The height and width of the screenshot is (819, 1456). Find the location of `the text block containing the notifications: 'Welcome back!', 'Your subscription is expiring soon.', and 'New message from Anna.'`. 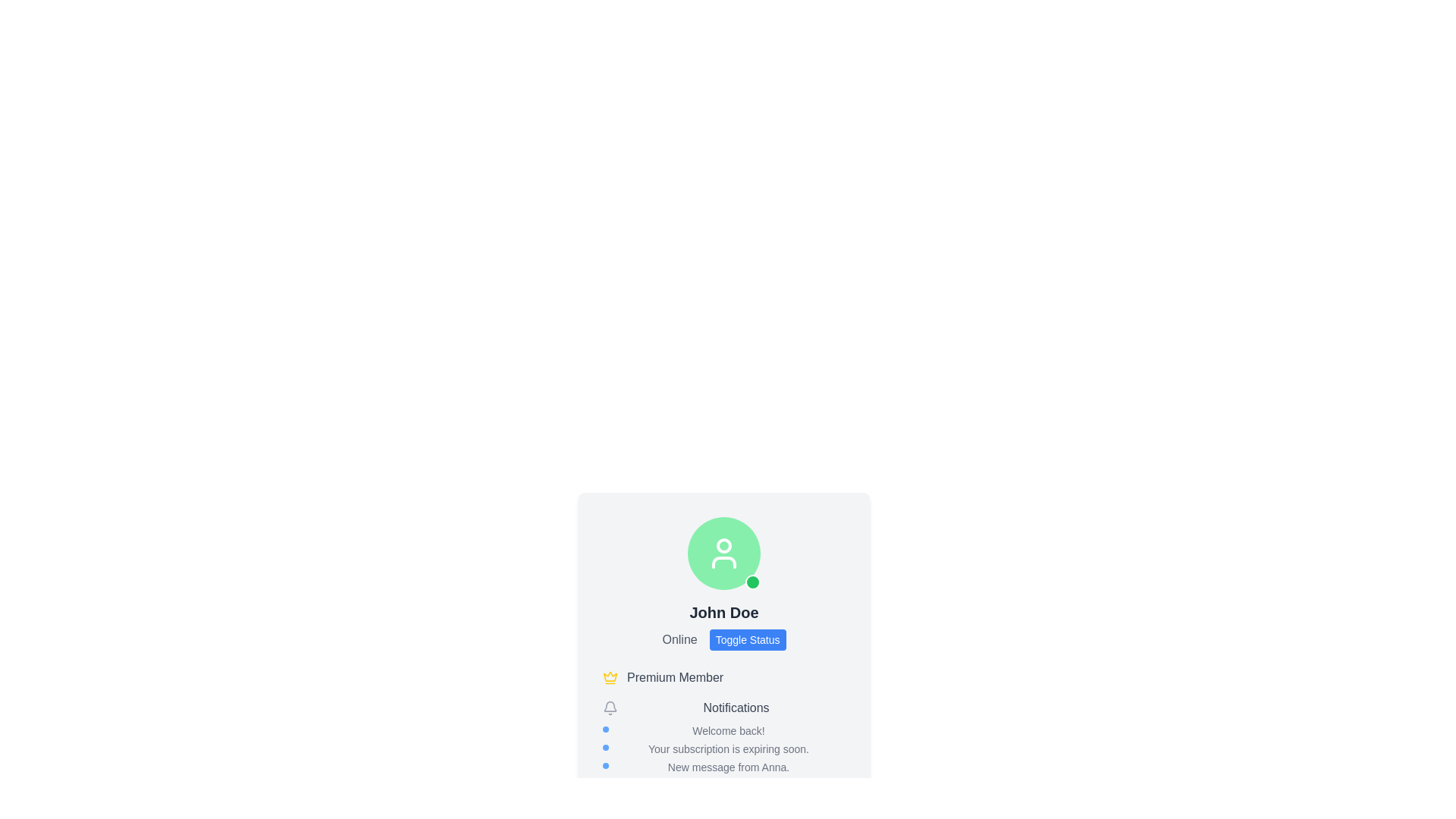

the text block containing the notifications: 'Welcome back!', 'Your subscription is expiring soon.', and 'New message from Anna.' is located at coordinates (723, 748).